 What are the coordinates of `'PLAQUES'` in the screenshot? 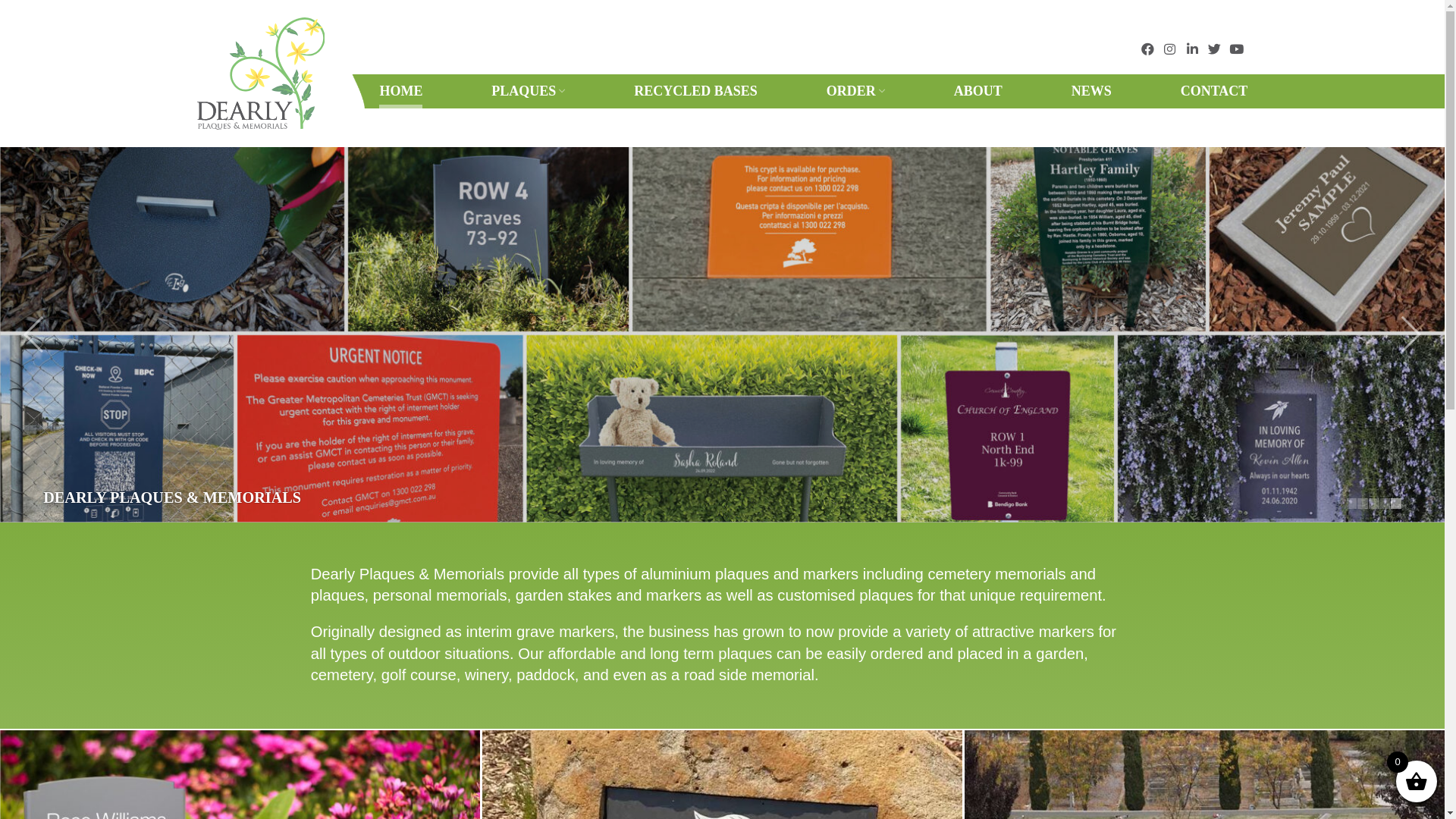 It's located at (528, 91).